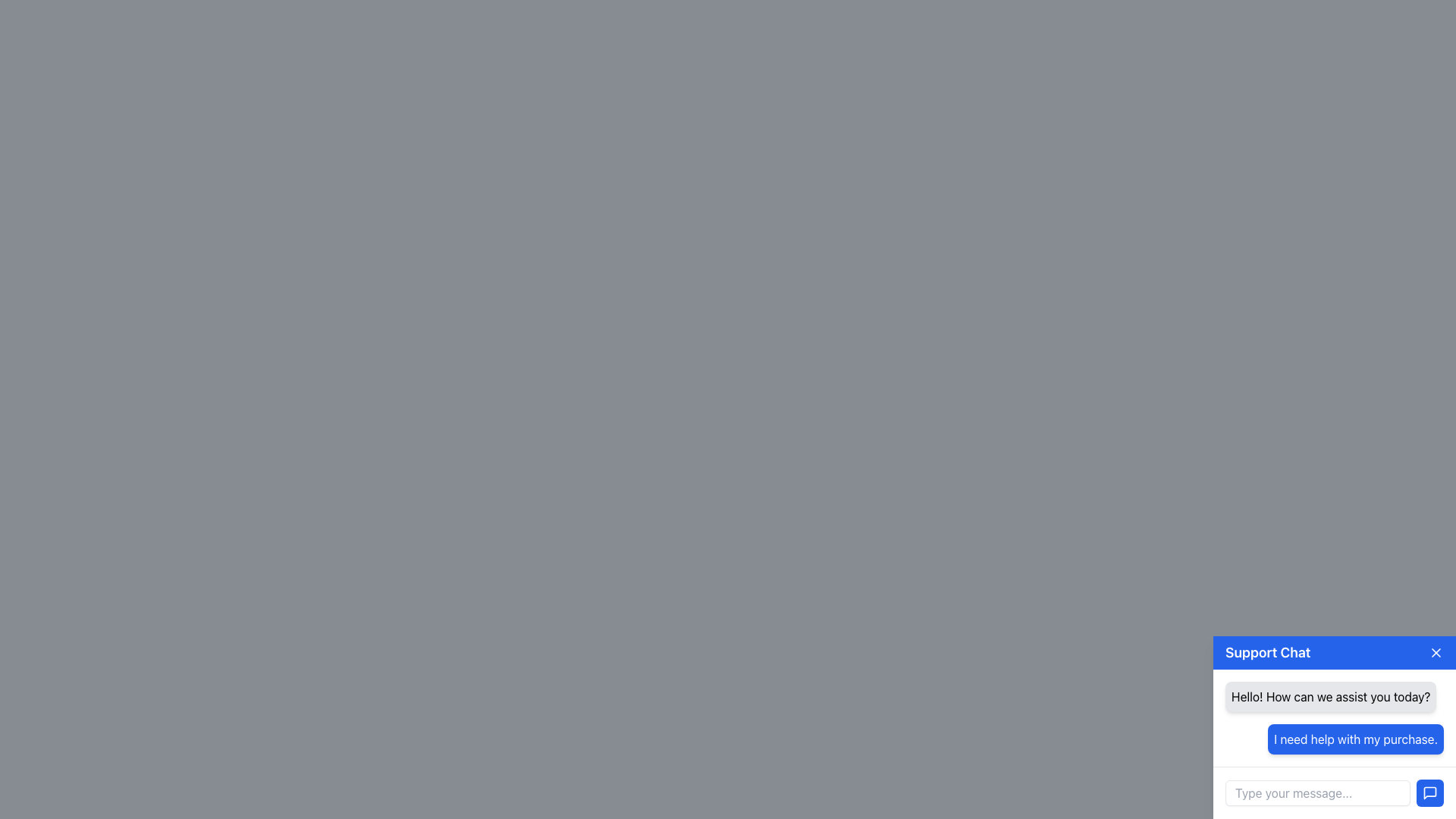  I want to click on the close button shaped as a close icon located in the top-right corner of the 'Support Chat' header, so click(1436, 651).